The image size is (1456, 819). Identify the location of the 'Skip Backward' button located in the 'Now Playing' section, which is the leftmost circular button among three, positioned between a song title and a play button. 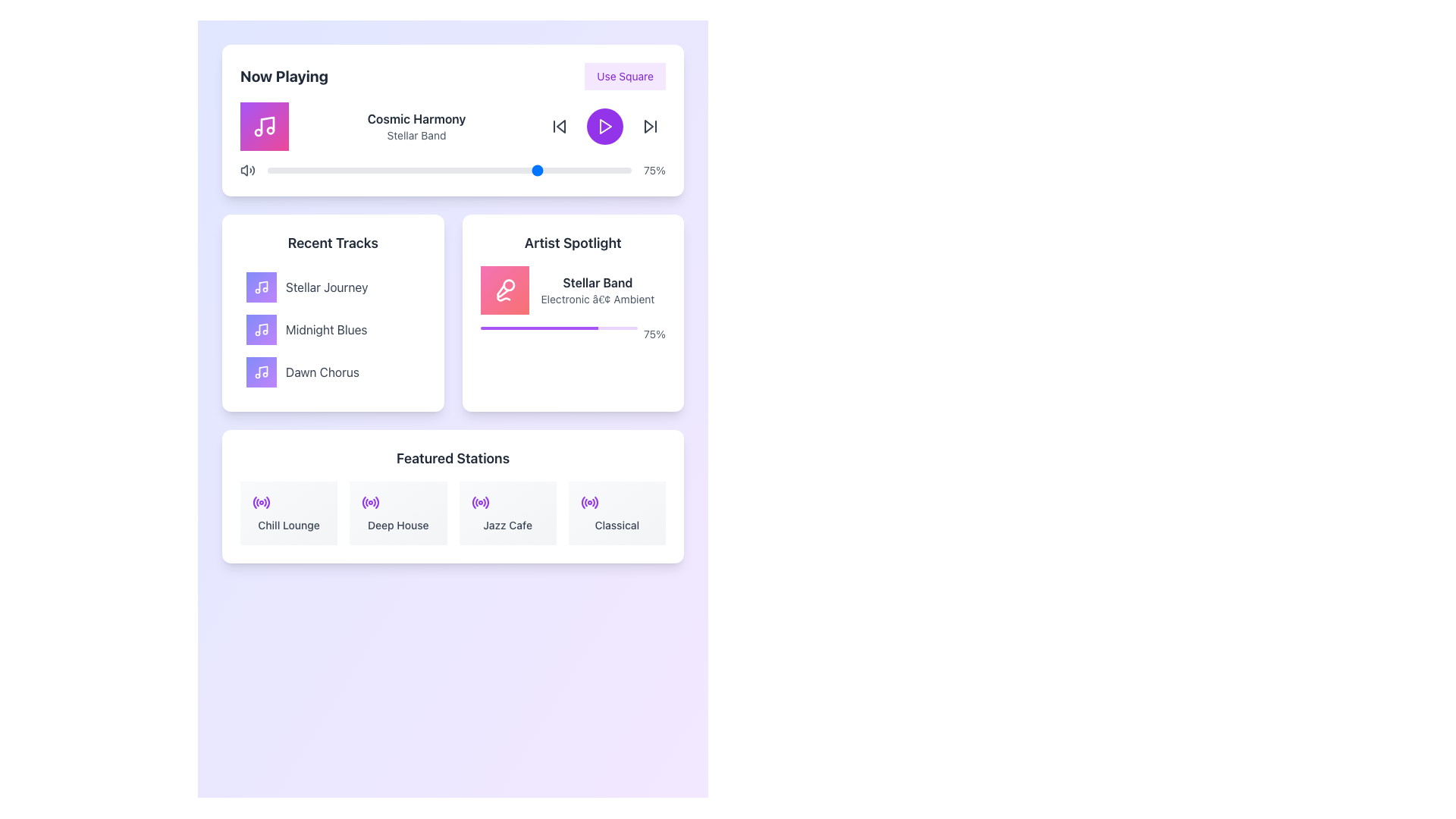
(559, 125).